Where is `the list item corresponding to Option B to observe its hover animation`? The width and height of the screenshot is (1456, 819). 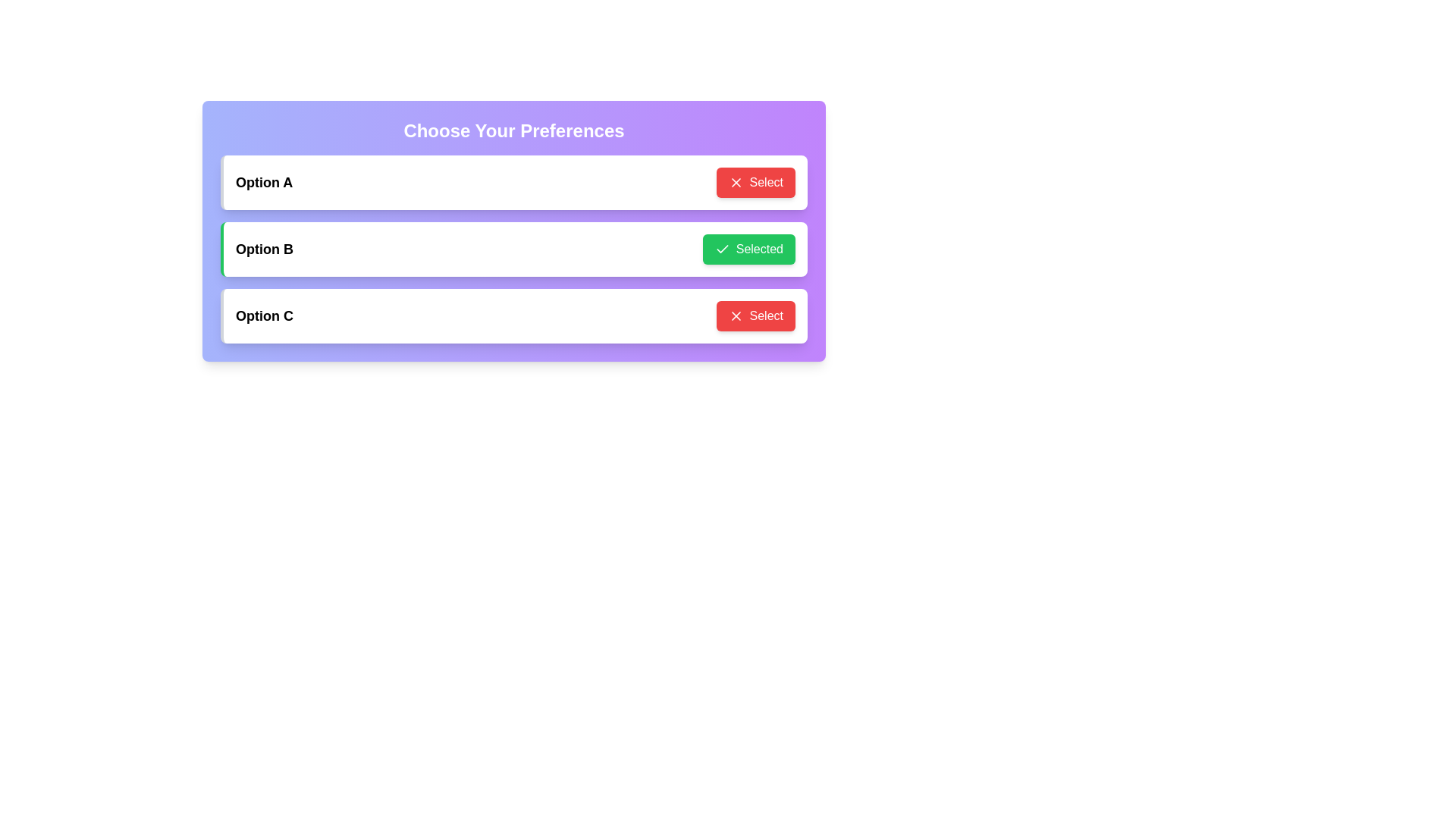 the list item corresponding to Option B to observe its hover animation is located at coordinates (513, 248).